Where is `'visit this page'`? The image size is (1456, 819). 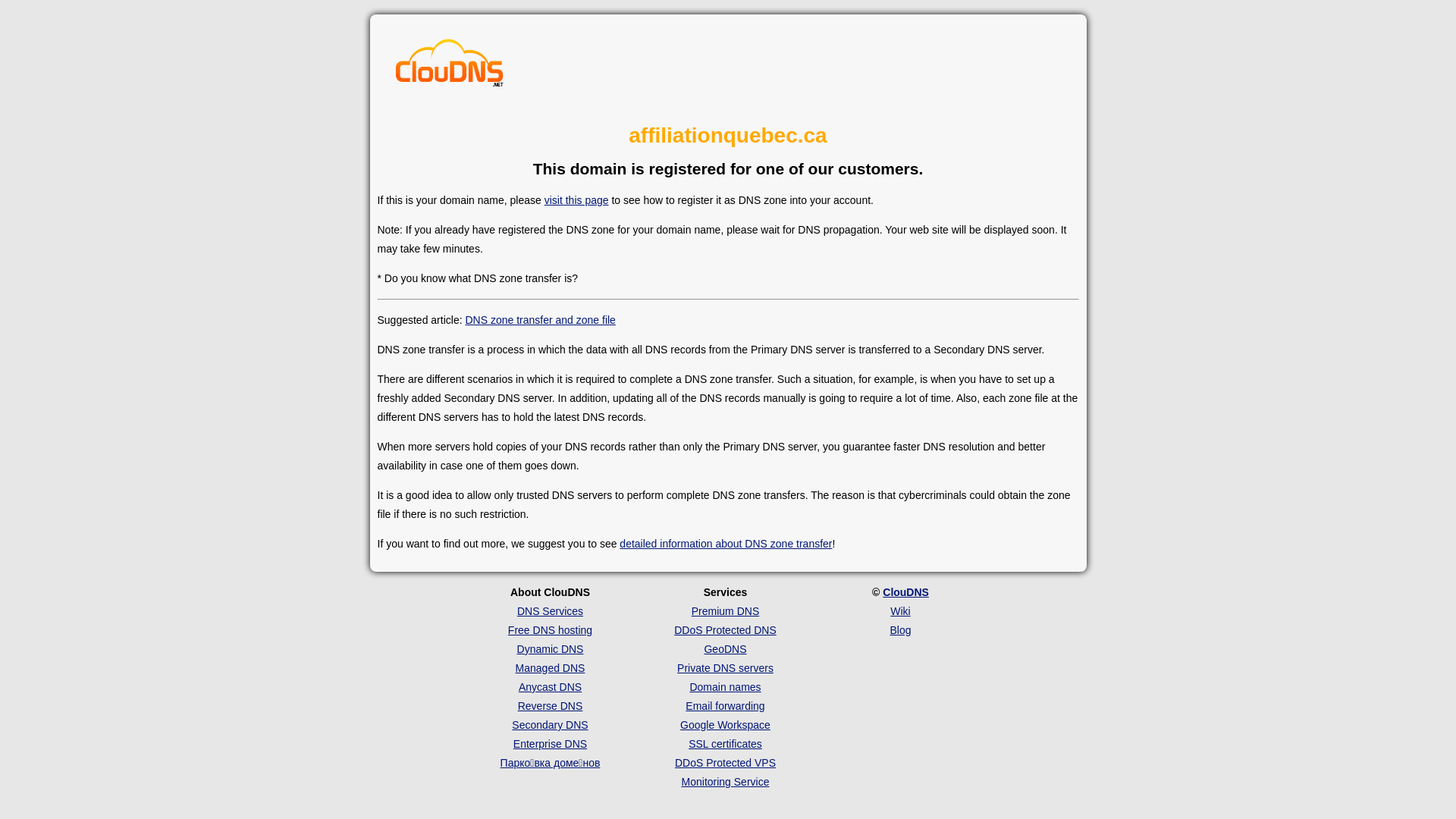
'visit this page' is located at coordinates (576, 199).